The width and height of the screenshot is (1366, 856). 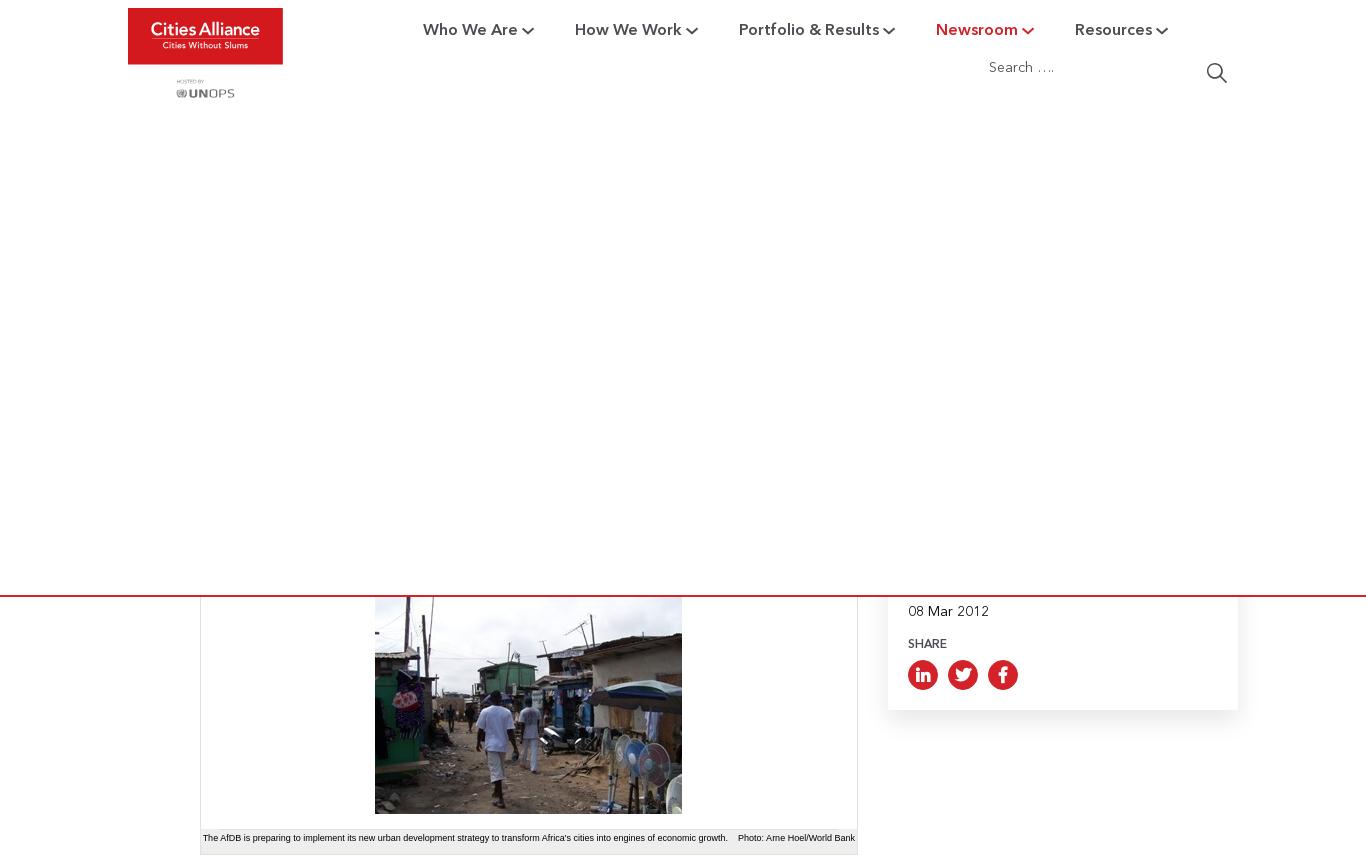 I want to click on 'Cities and Migration', so click(x=593, y=415).